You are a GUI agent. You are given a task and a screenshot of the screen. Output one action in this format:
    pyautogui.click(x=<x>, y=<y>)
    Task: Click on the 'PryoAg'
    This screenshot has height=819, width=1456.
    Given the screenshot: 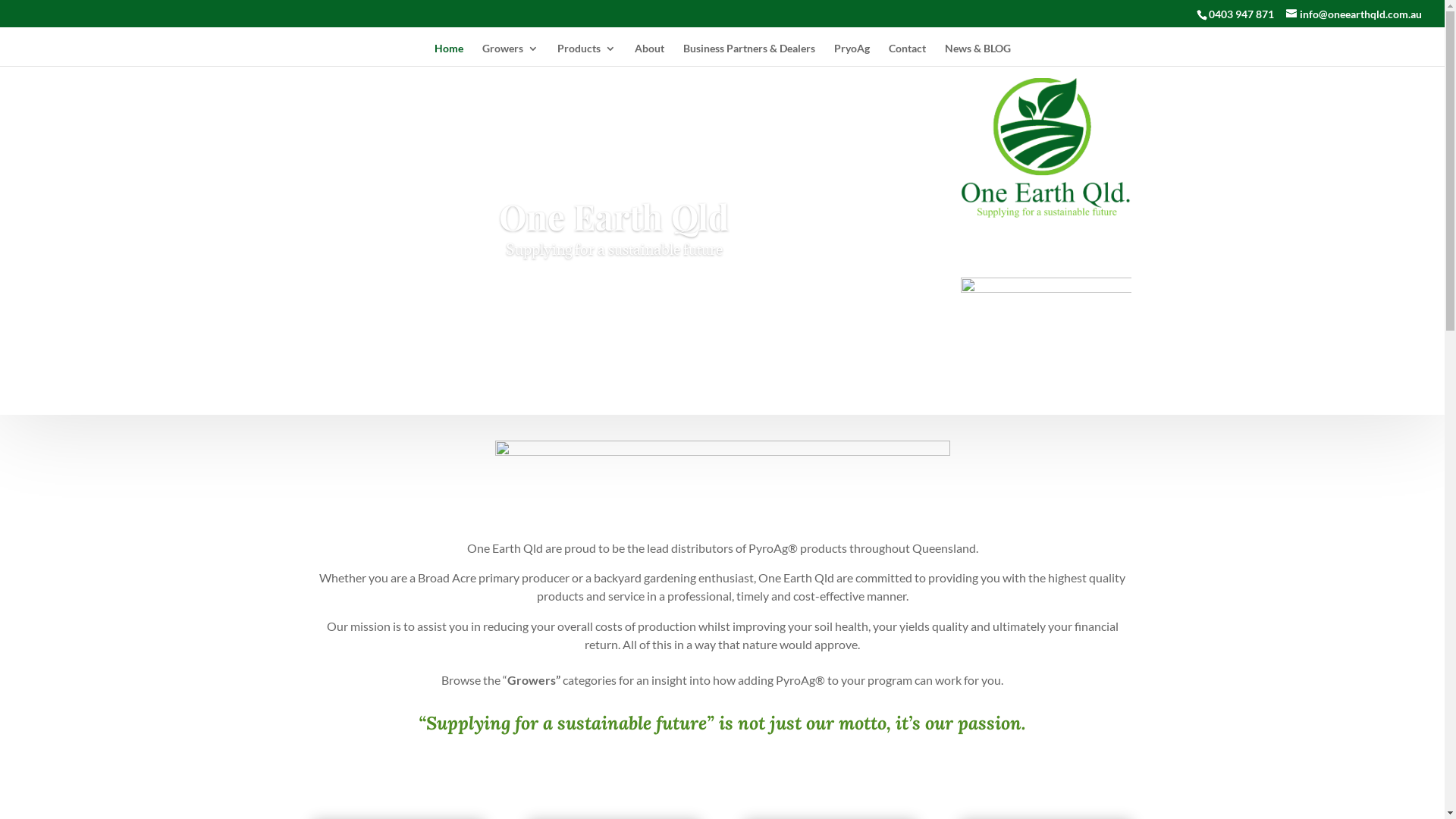 What is the action you would take?
    pyautogui.click(x=852, y=54)
    